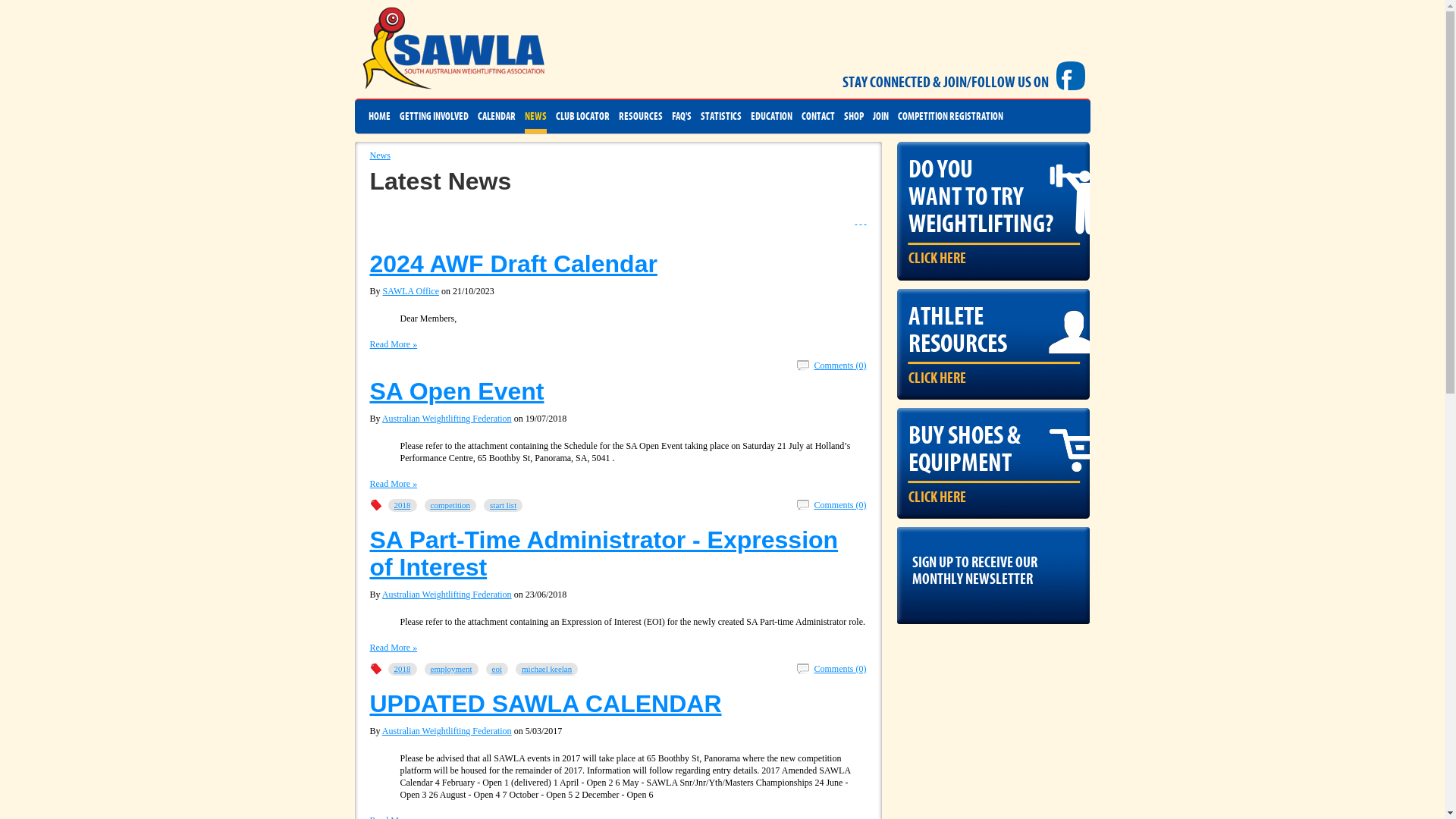  Describe the element at coordinates (484, 668) in the screenshot. I see `'eoi'` at that location.